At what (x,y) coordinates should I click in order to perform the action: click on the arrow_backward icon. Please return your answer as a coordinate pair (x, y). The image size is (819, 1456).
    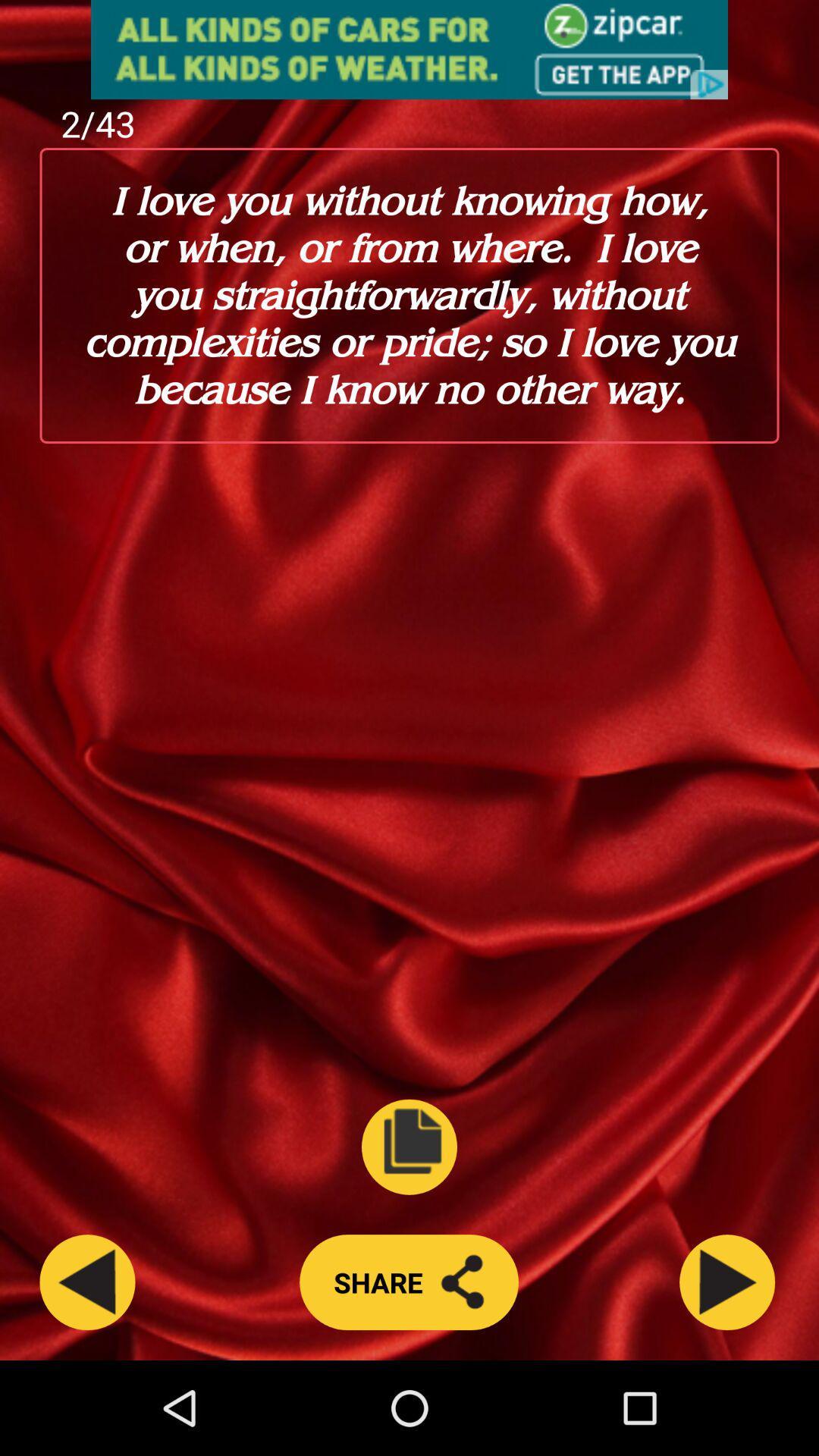
    Looking at the image, I should click on (87, 1372).